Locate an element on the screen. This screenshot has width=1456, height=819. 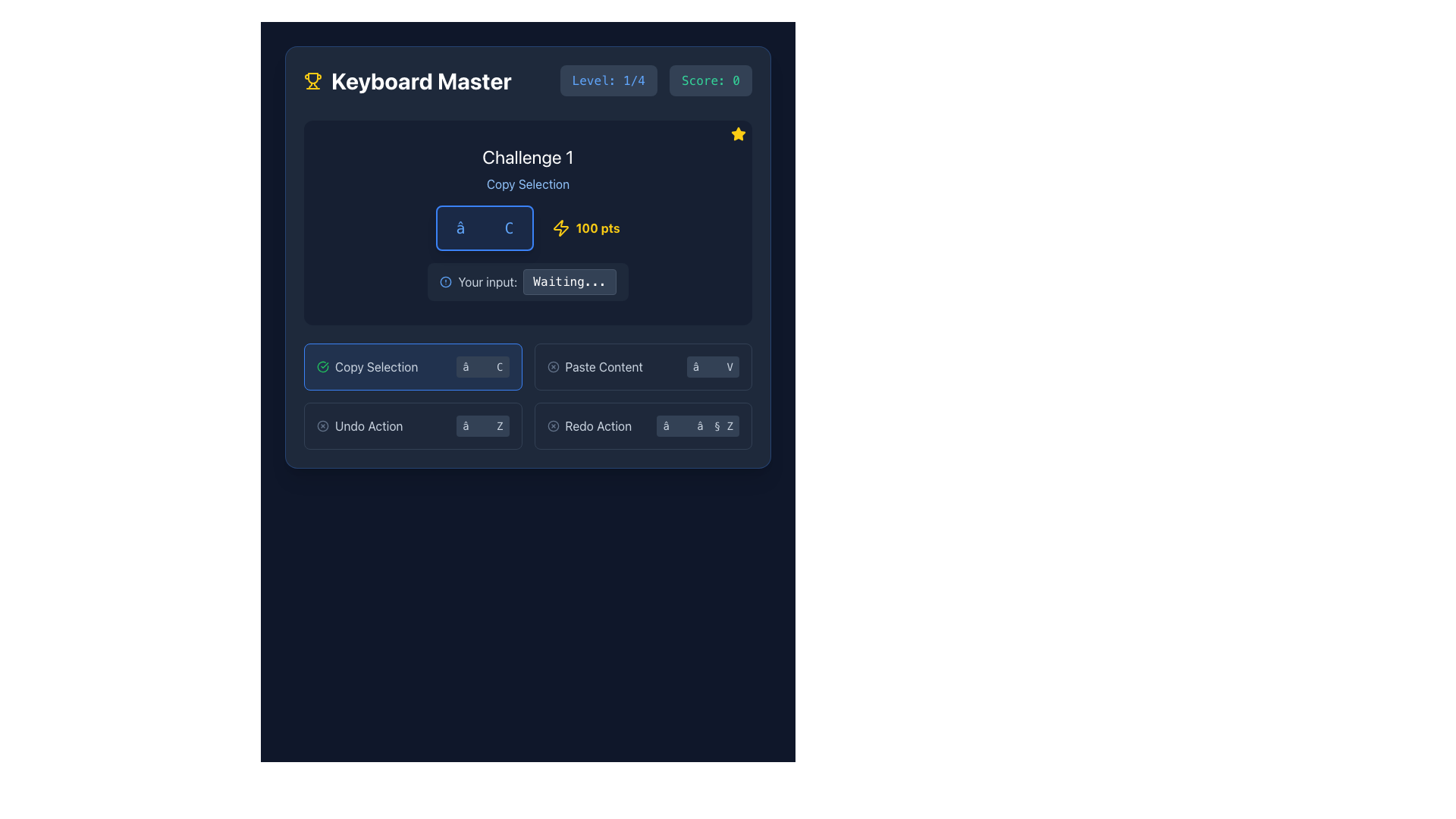
the informational display button labeled 'Redo Action' with a dark slate-colored background located in the bottom-right cell of the grid layout is located at coordinates (643, 426).